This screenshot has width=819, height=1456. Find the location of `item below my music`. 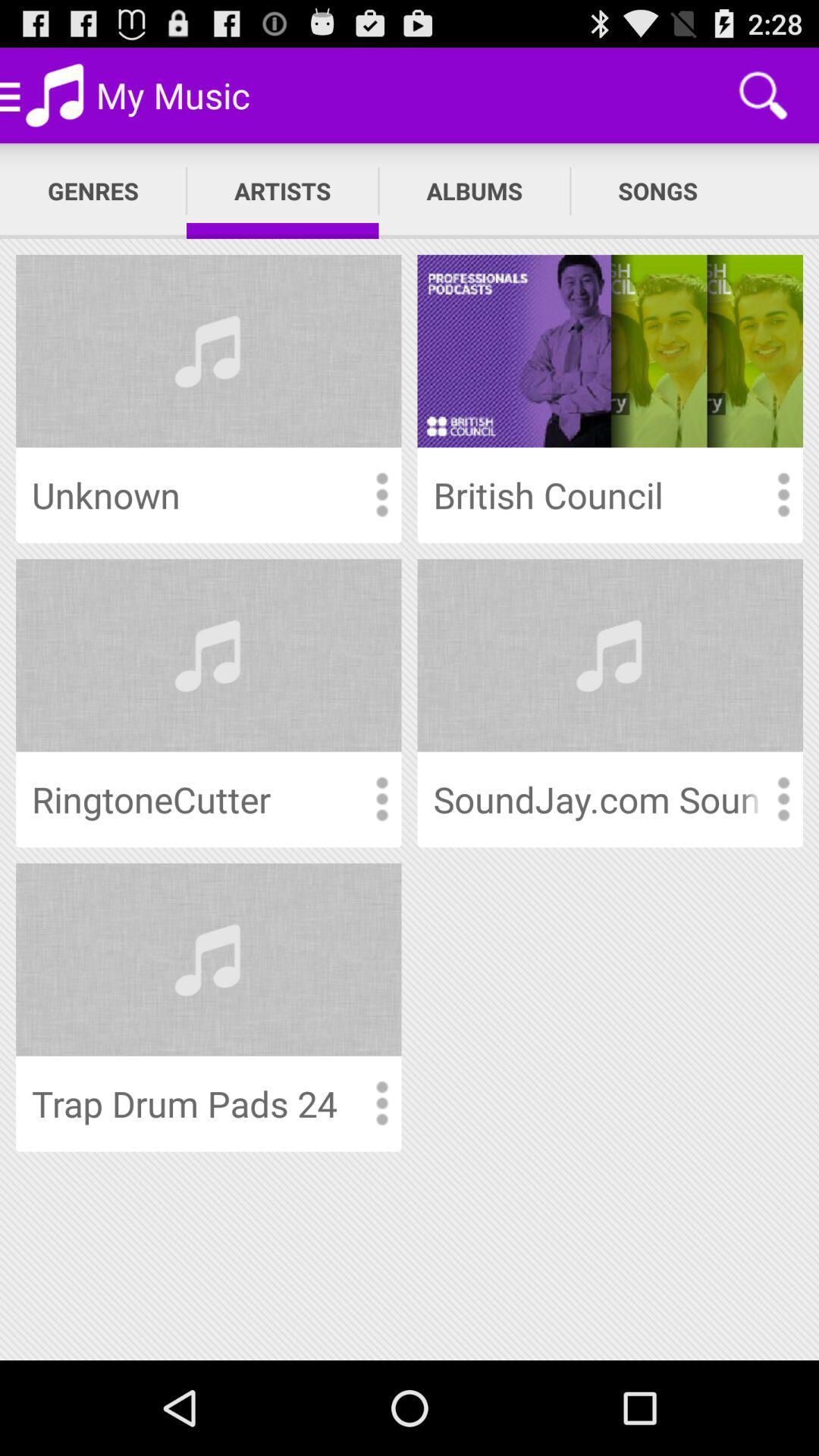

item below my music is located at coordinates (282, 190).